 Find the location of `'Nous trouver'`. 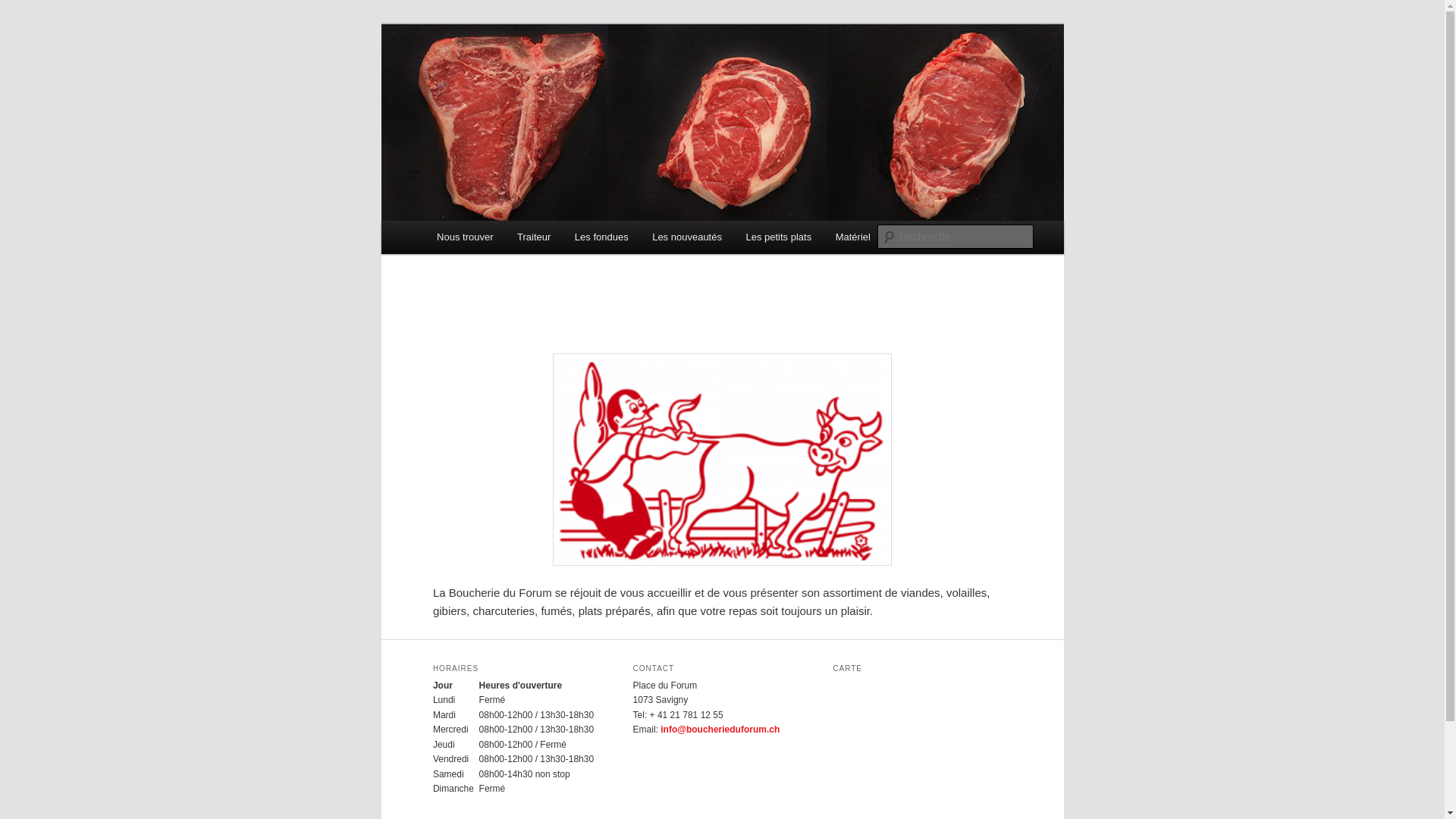

'Nous trouver' is located at coordinates (464, 237).